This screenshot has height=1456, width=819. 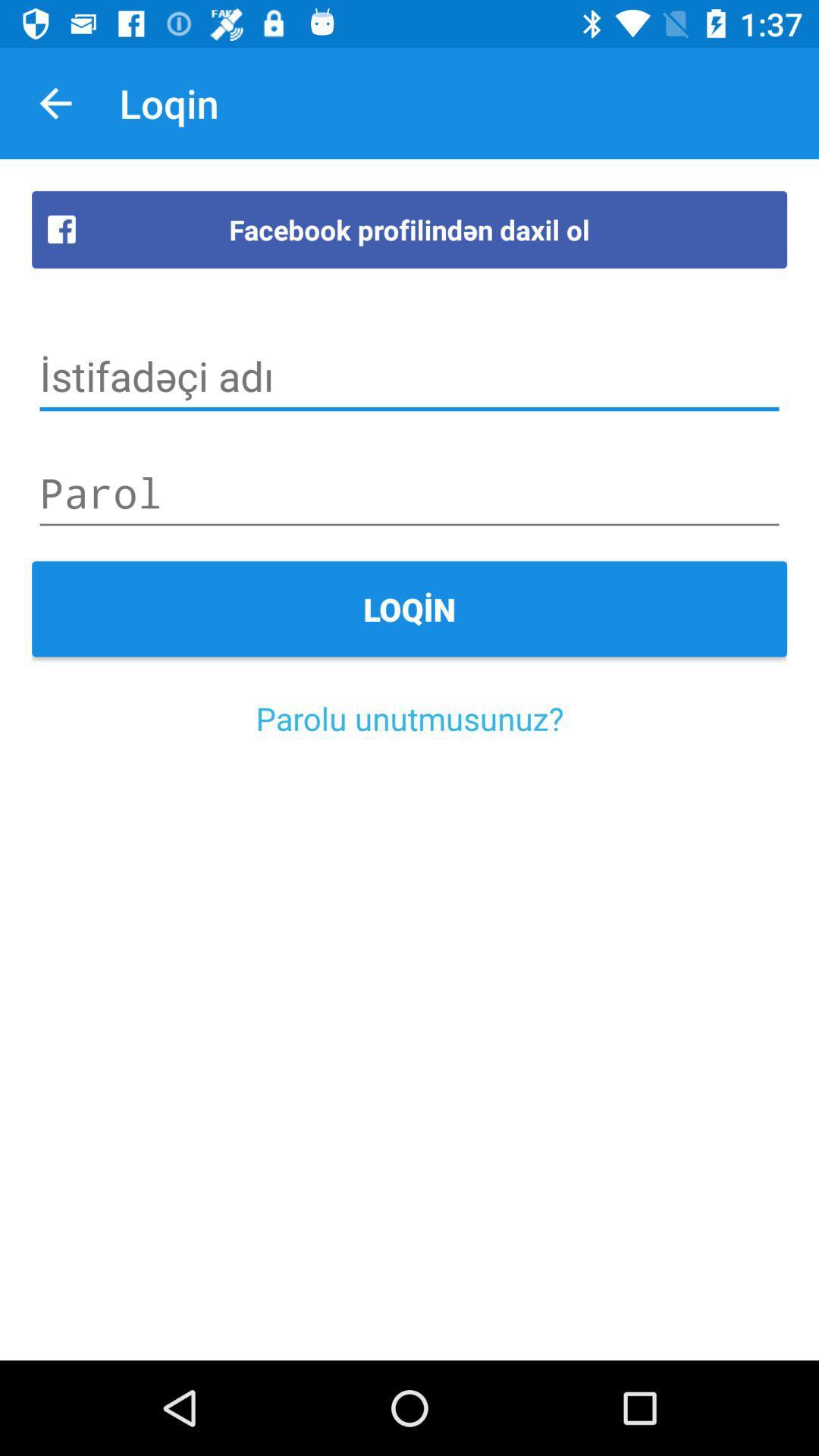 What do you see at coordinates (409, 717) in the screenshot?
I see `the item below the loqin item` at bounding box center [409, 717].